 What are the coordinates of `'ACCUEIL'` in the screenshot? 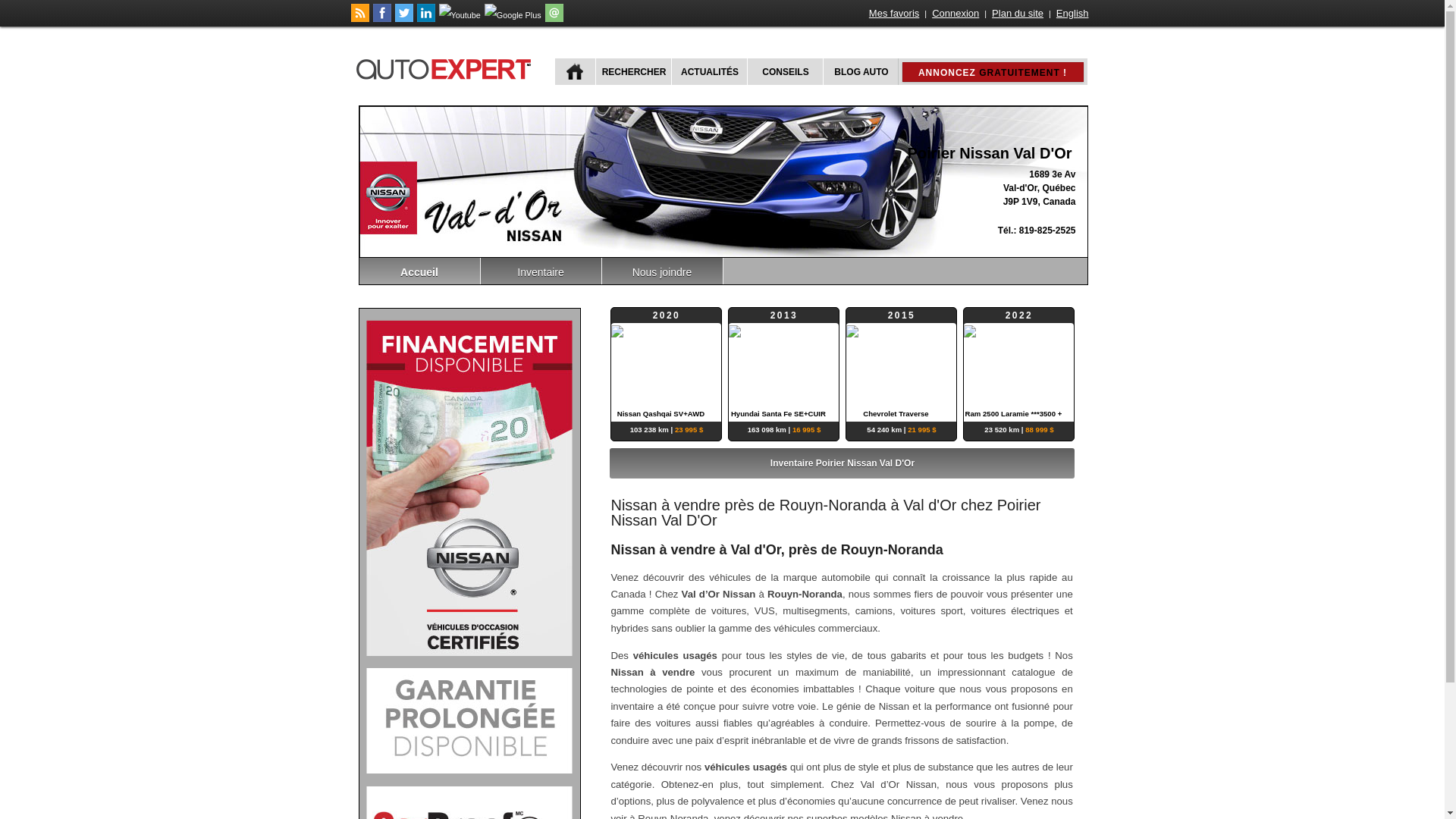 It's located at (574, 71).